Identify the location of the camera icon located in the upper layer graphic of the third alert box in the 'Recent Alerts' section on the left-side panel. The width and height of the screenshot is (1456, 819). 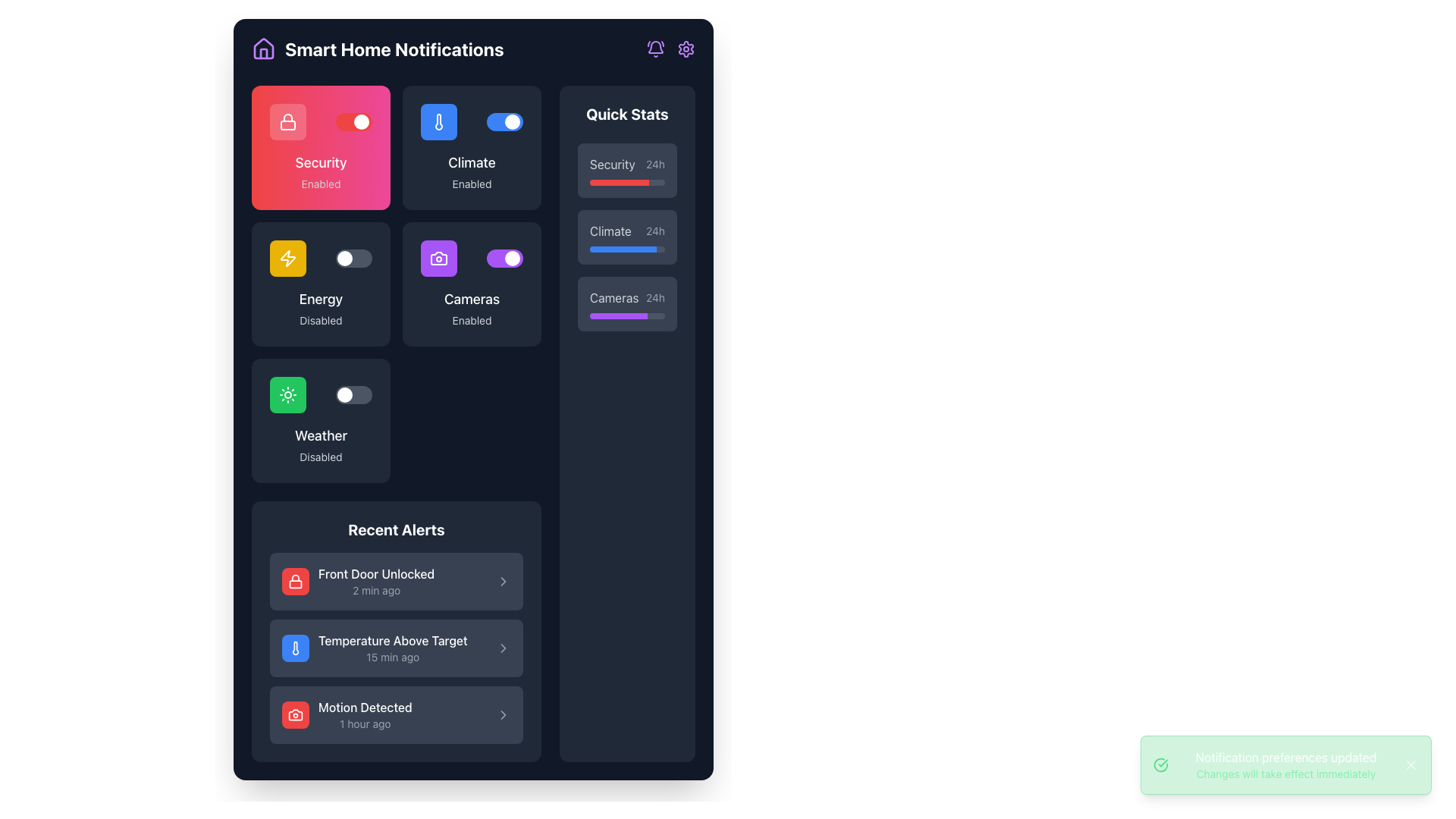
(295, 714).